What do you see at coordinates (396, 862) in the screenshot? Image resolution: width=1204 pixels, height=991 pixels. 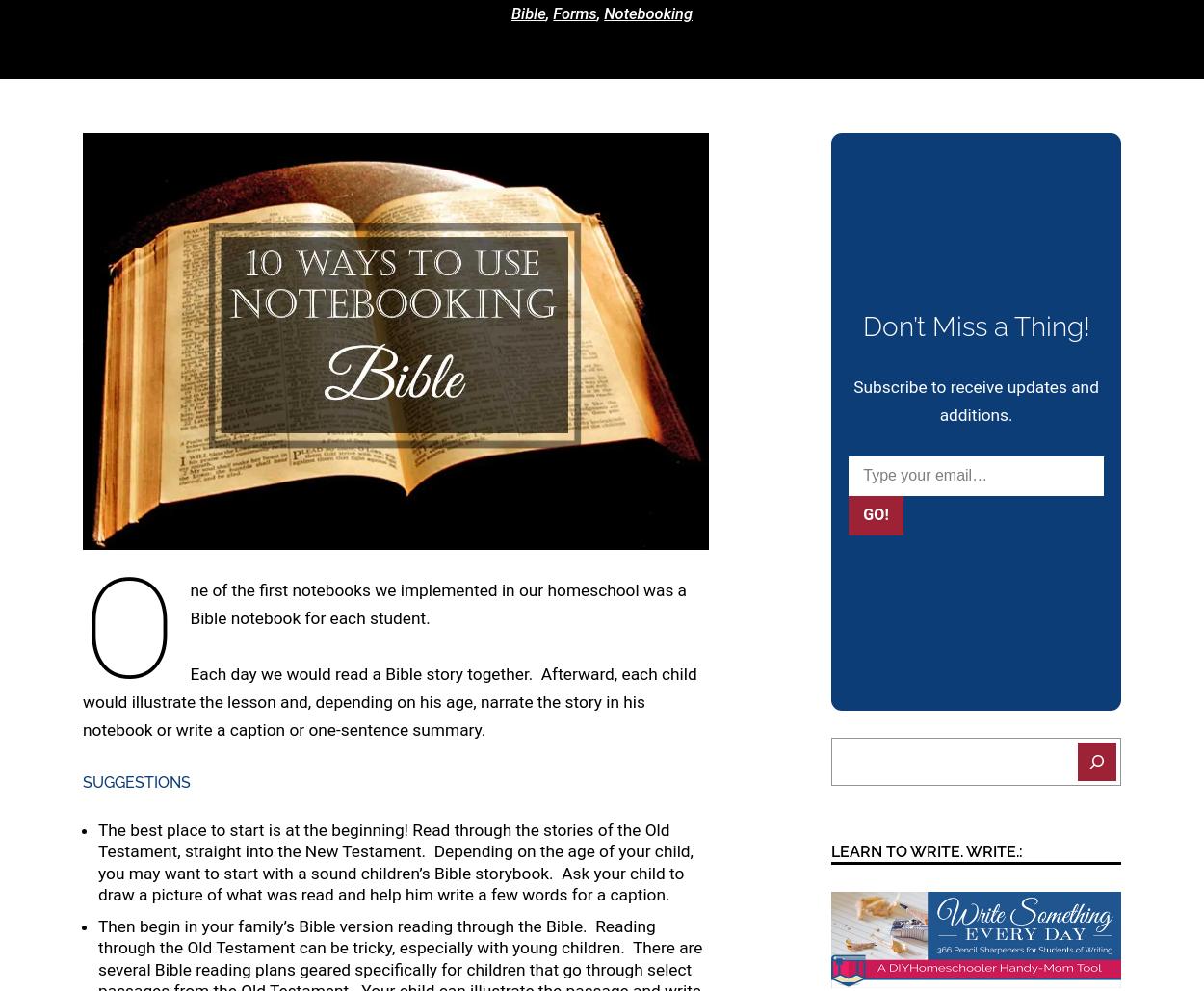 I see `'The best place to start is at the beginning! Read through the stories of the Old Testament, straight into the New Testament.  Depending on the age of your child, you may want to start with a sound children’s Bible storybook.  Ask your child to draw a picture of what was read and help him write a few words for a caption.'` at bounding box center [396, 862].